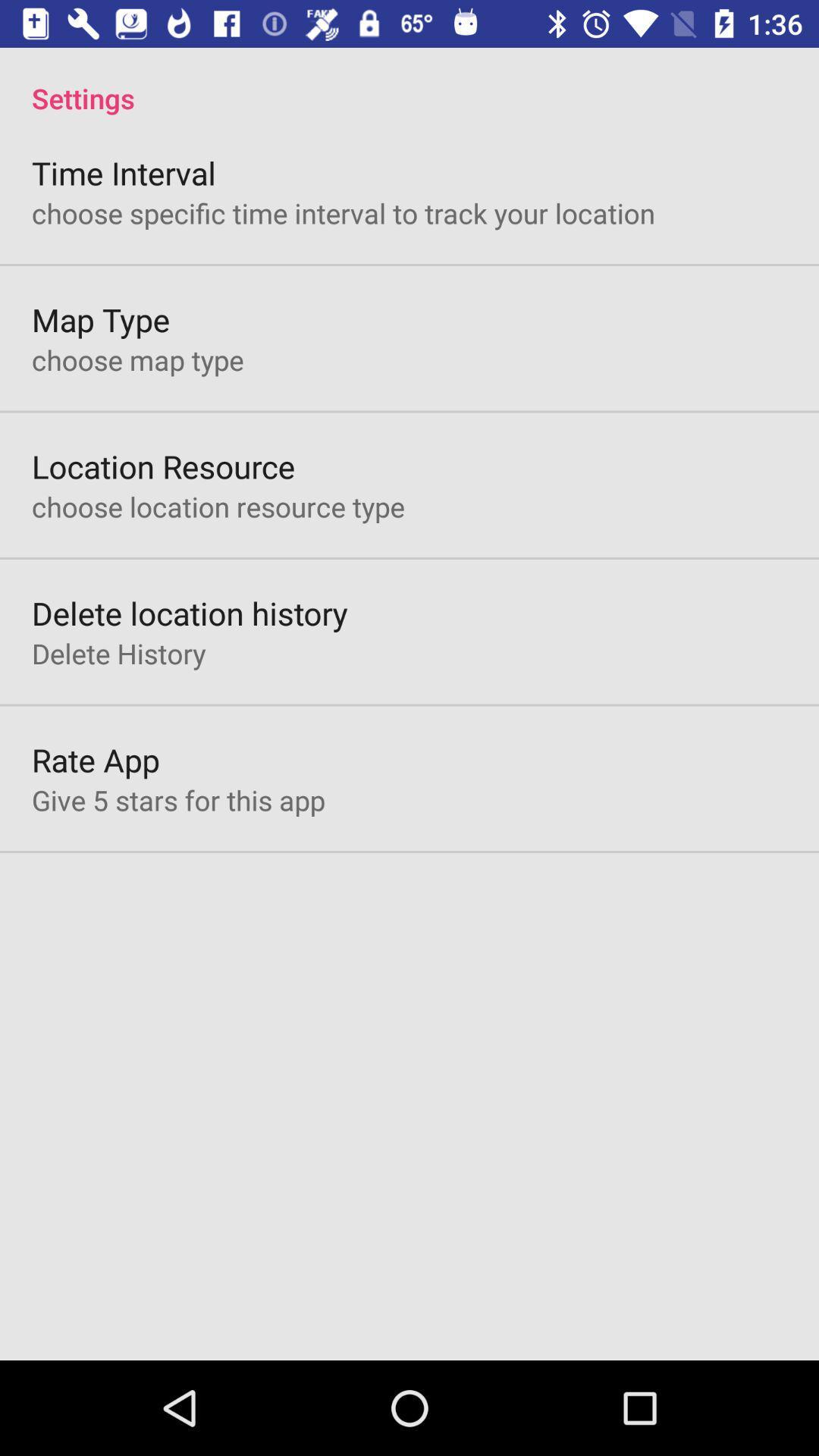  What do you see at coordinates (343, 212) in the screenshot?
I see `choose specific time item` at bounding box center [343, 212].